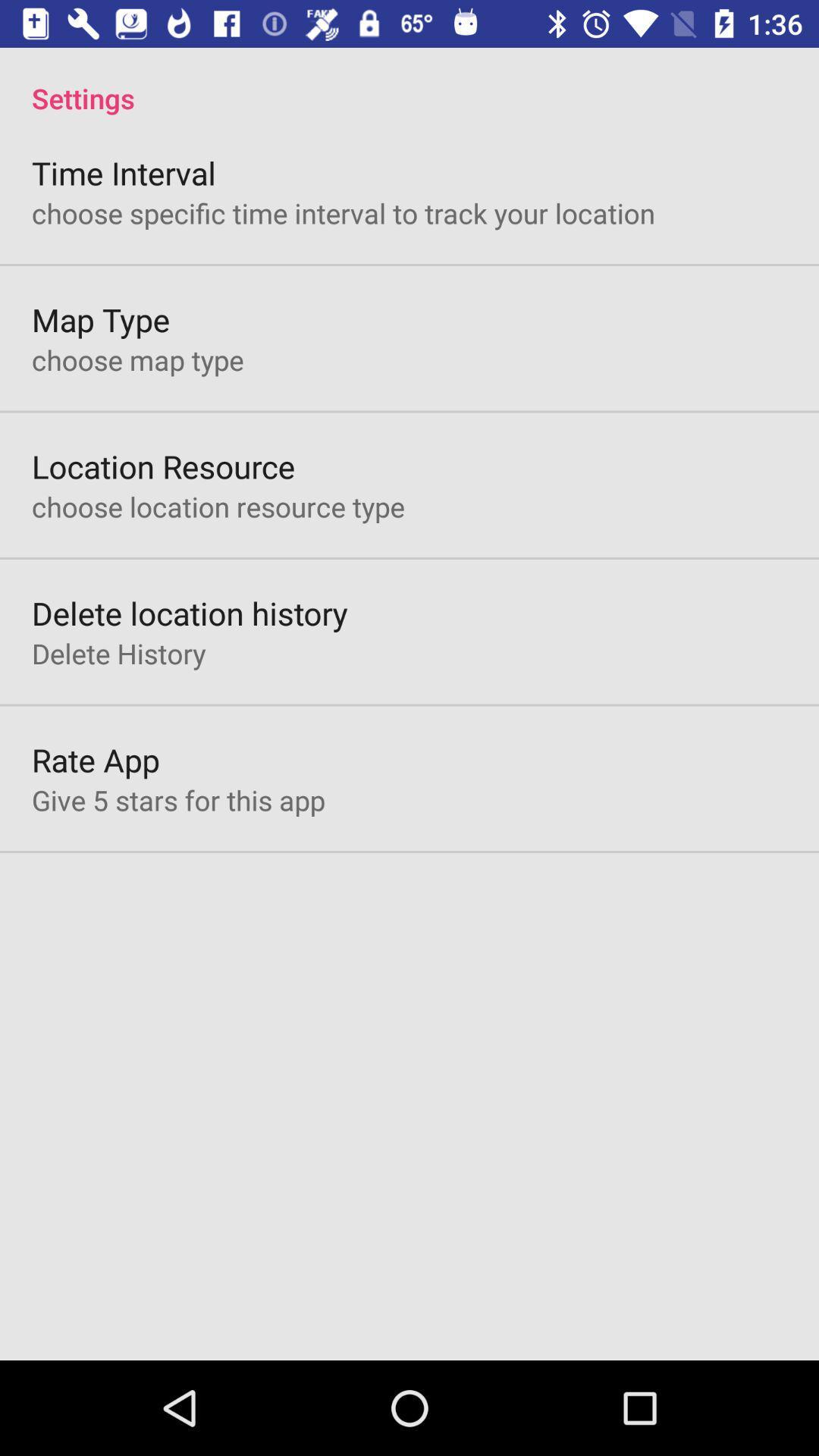  What do you see at coordinates (343, 212) in the screenshot?
I see `choose specific time item` at bounding box center [343, 212].